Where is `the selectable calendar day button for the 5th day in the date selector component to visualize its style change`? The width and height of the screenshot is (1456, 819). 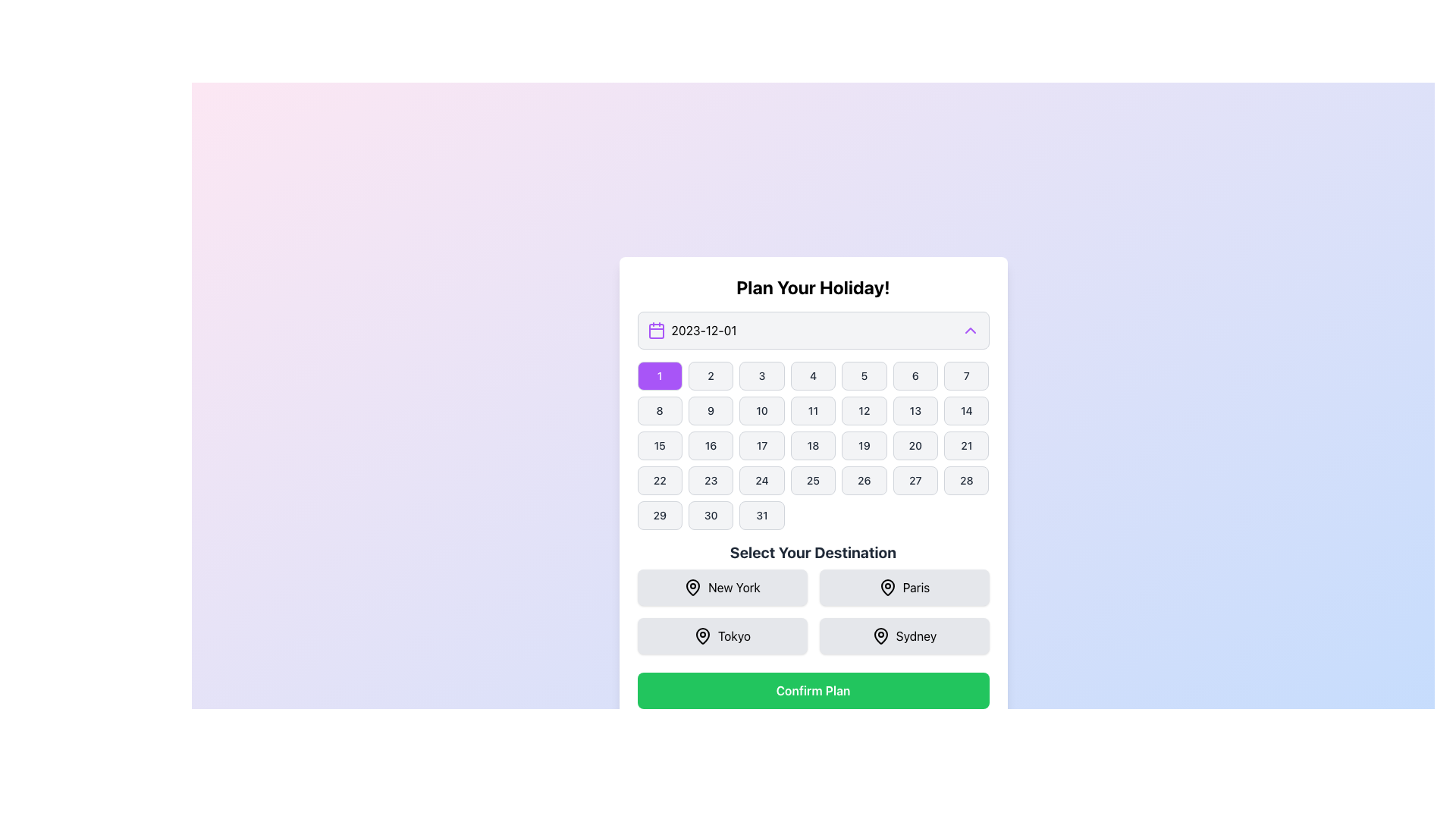 the selectable calendar day button for the 5th day in the date selector component to visualize its style change is located at coordinates (864, 375).